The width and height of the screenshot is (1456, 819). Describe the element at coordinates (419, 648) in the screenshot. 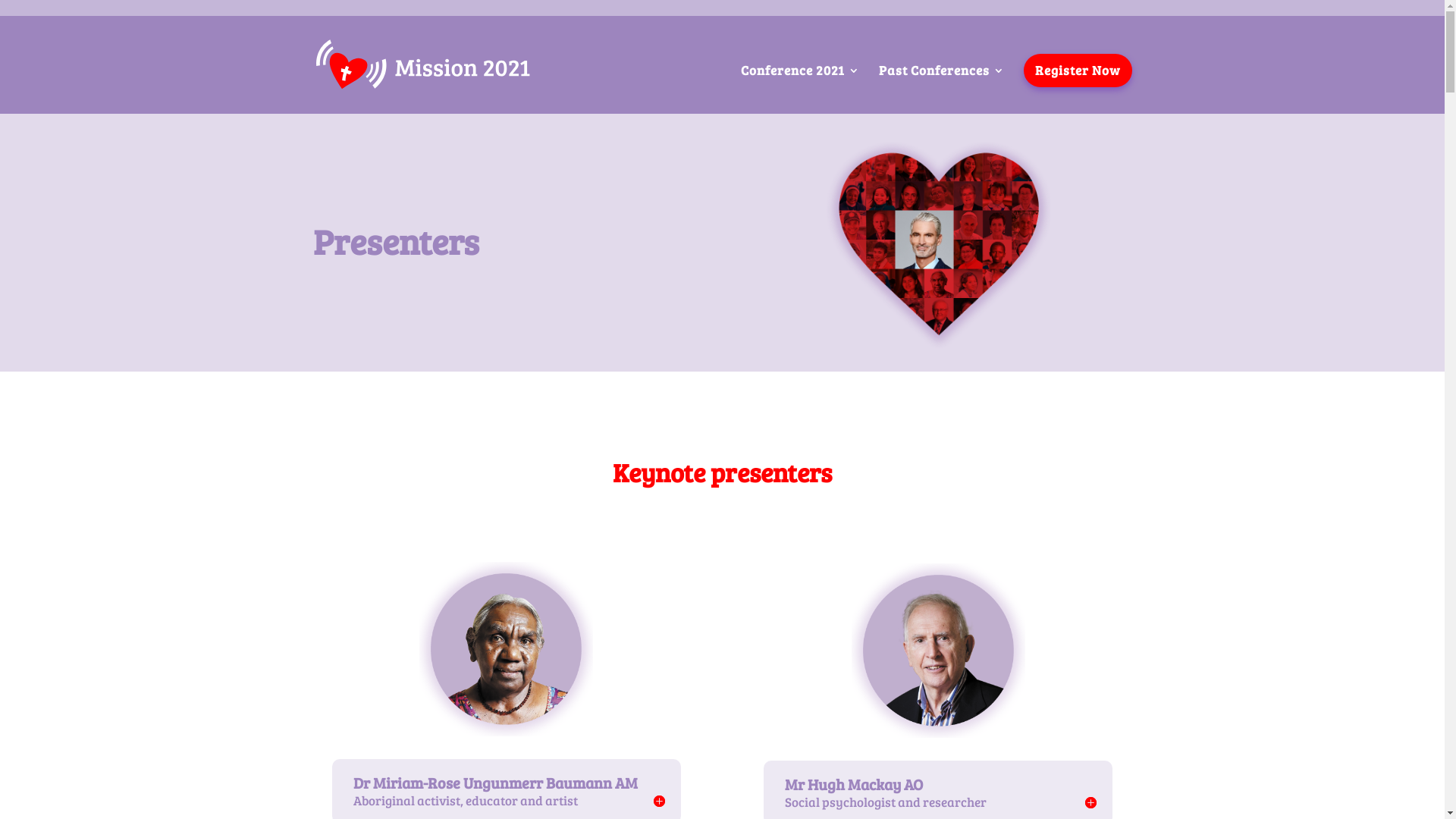

I see `'Miriam-Rose Ungunmerr-Baumann'` at that location.